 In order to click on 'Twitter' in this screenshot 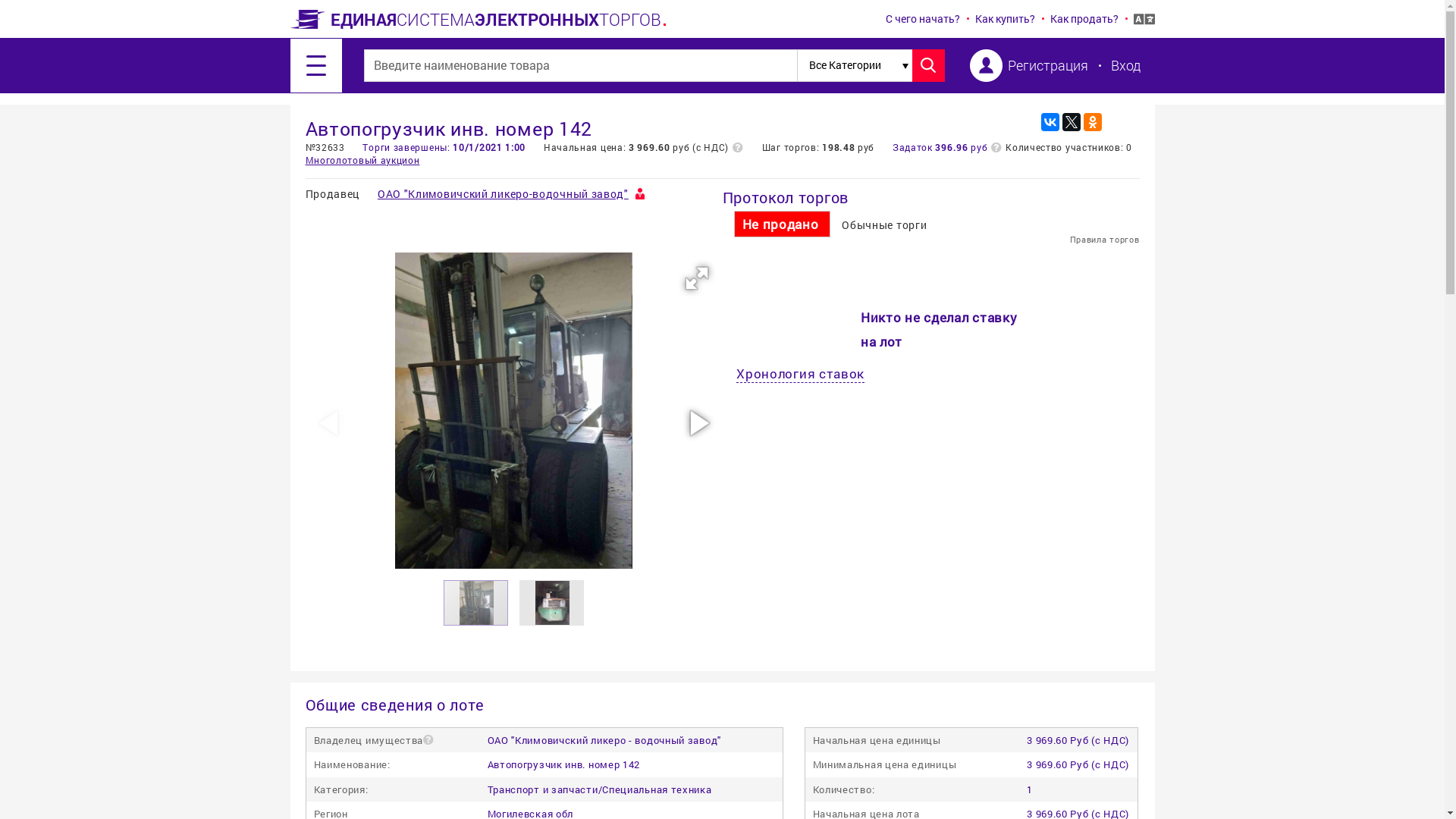, I will do `click(1069, 121)`.